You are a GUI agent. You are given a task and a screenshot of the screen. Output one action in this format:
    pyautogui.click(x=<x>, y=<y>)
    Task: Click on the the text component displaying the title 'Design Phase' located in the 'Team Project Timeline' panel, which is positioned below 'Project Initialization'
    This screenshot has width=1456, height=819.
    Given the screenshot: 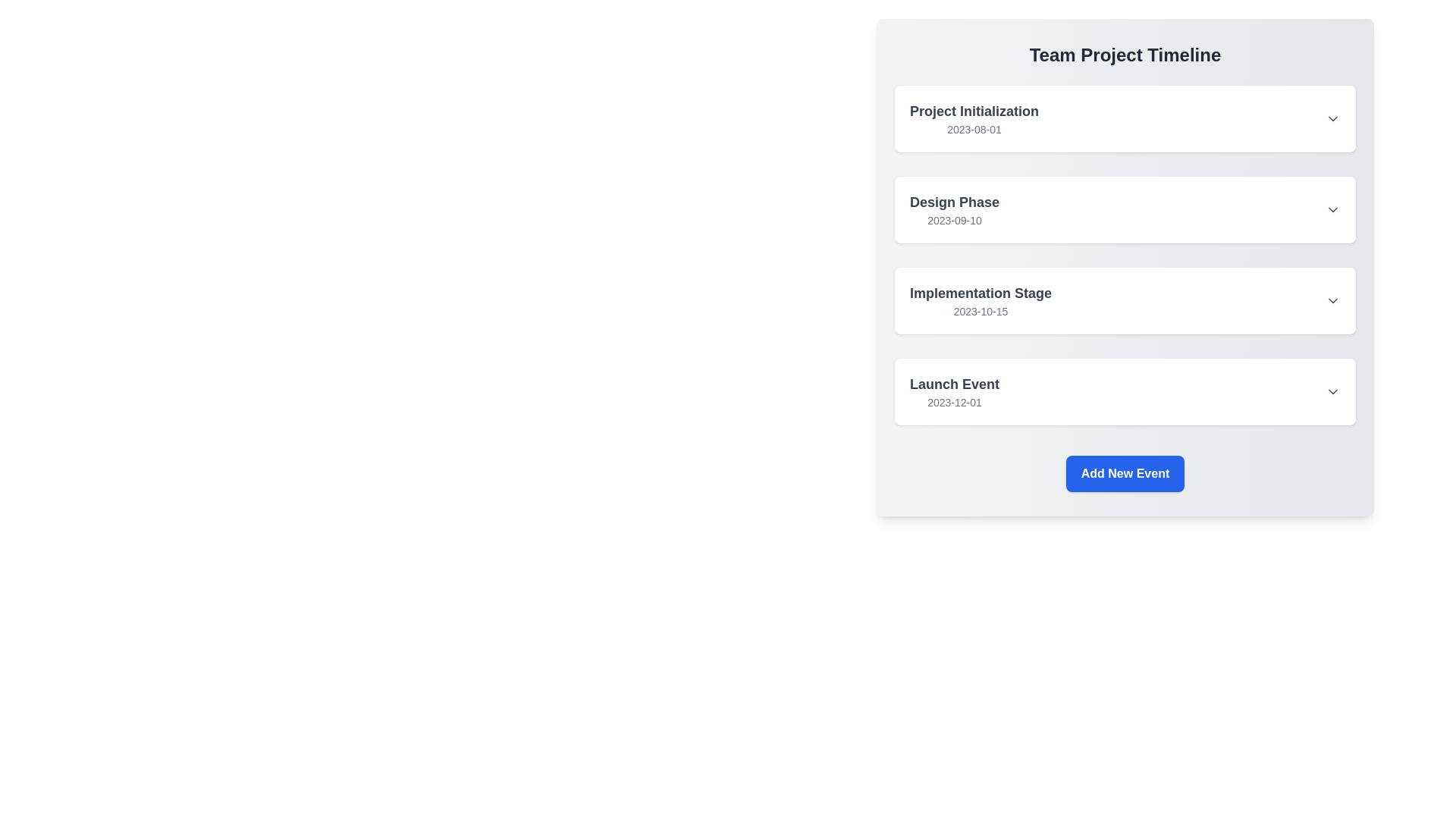 What is the action you would take?
    pyautogui.click(x=953, y=210)
    